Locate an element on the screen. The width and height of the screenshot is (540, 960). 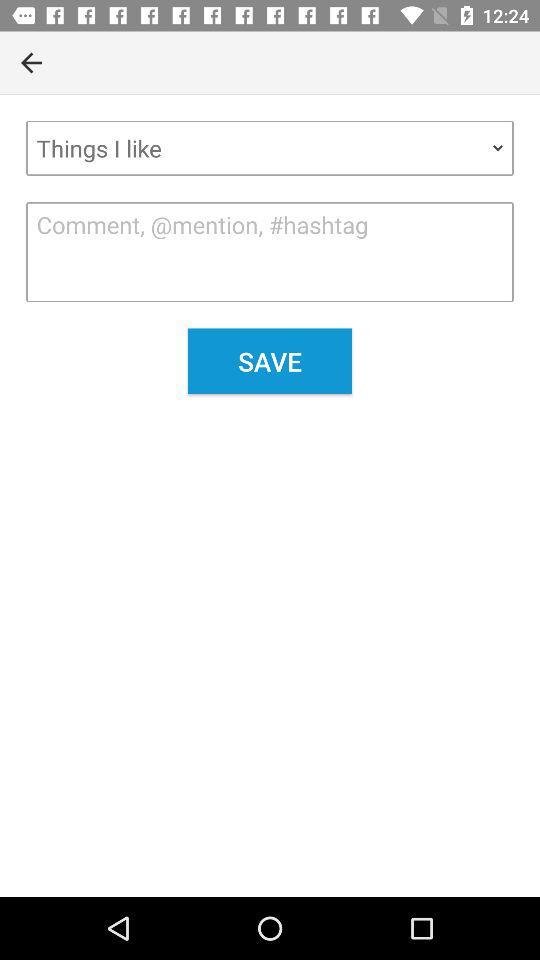
the item above the save is located at coordinates (270, 251).